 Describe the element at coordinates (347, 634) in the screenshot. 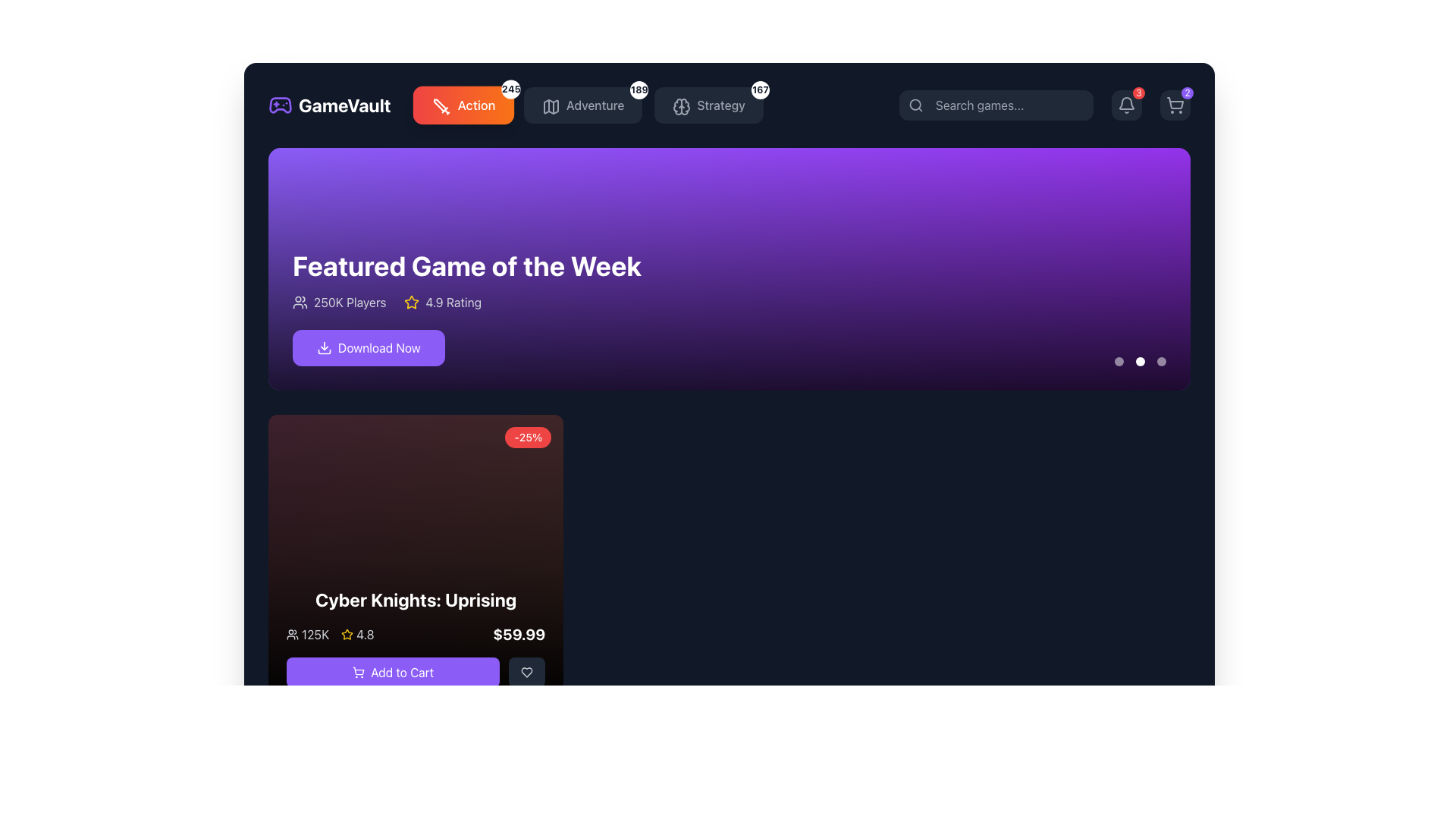

I see `the star icon representing the rating in the 'Featured Game of the Week' section, located slightly to the right of the text '4.9 Rating'` at that location.